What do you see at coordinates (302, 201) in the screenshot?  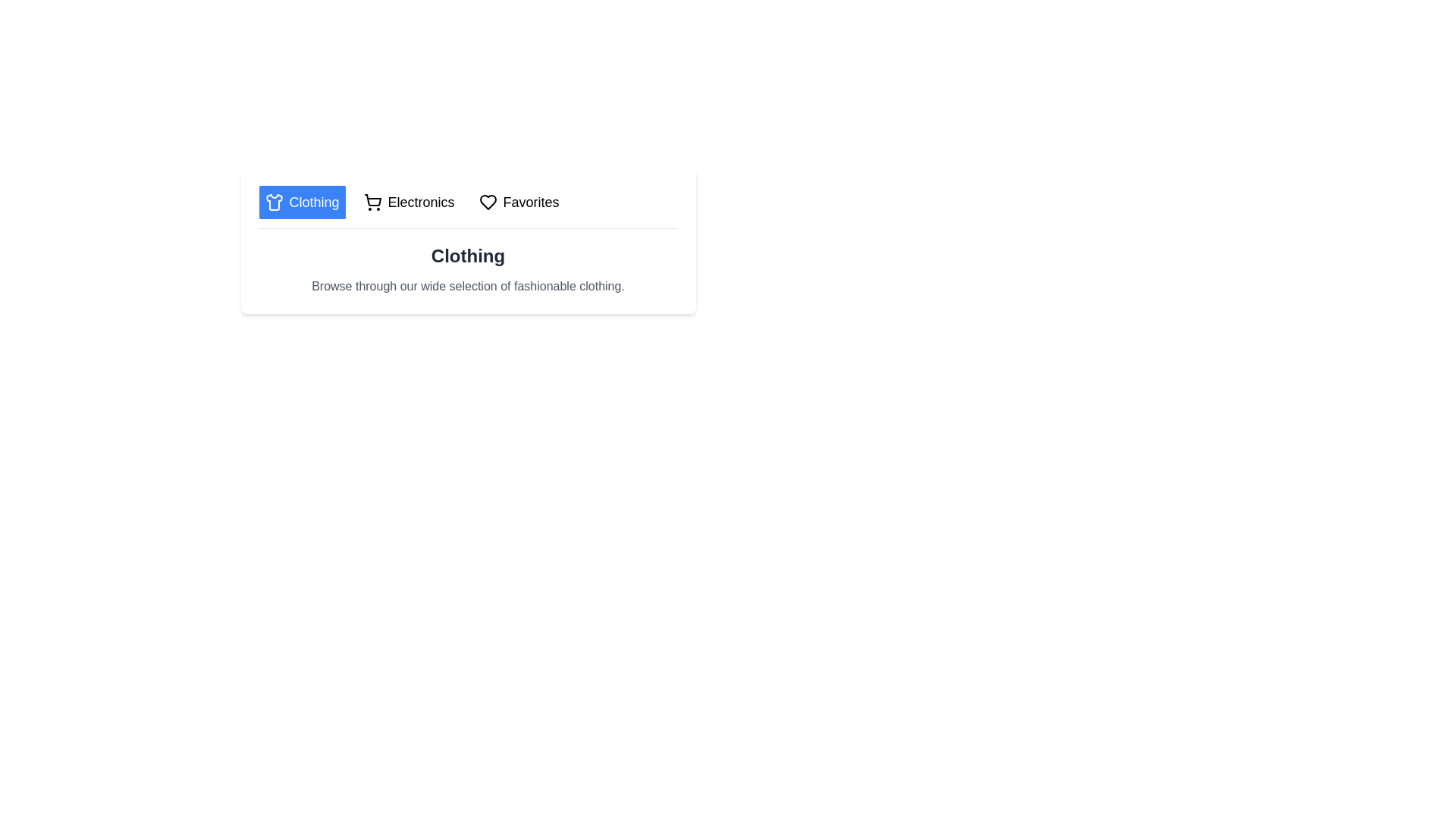 I see `the Clothing tab to switch to the corresponding category` at bounding box center [302, 201].